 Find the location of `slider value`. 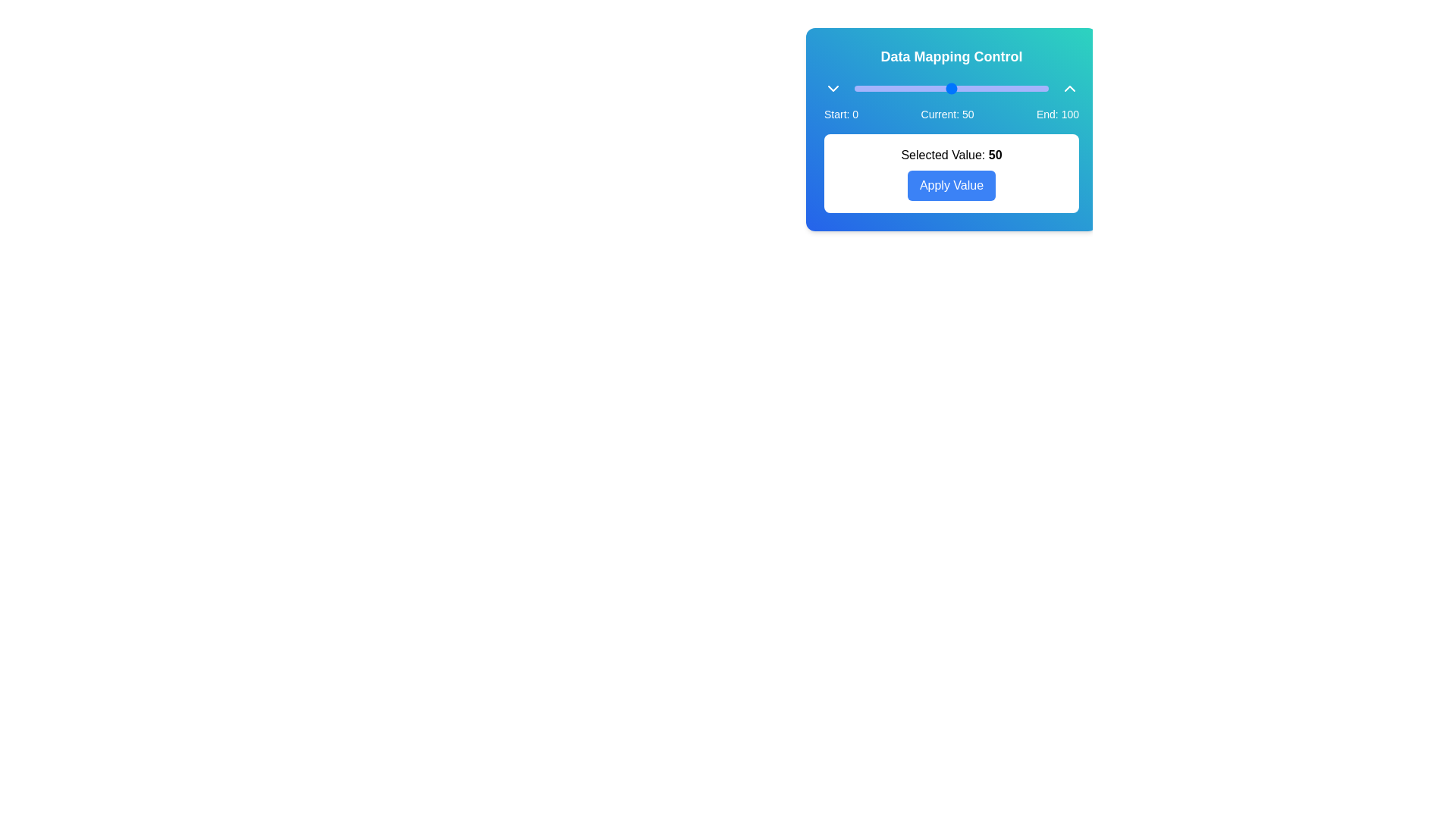

slider value is located at coordinates (1006, 85).